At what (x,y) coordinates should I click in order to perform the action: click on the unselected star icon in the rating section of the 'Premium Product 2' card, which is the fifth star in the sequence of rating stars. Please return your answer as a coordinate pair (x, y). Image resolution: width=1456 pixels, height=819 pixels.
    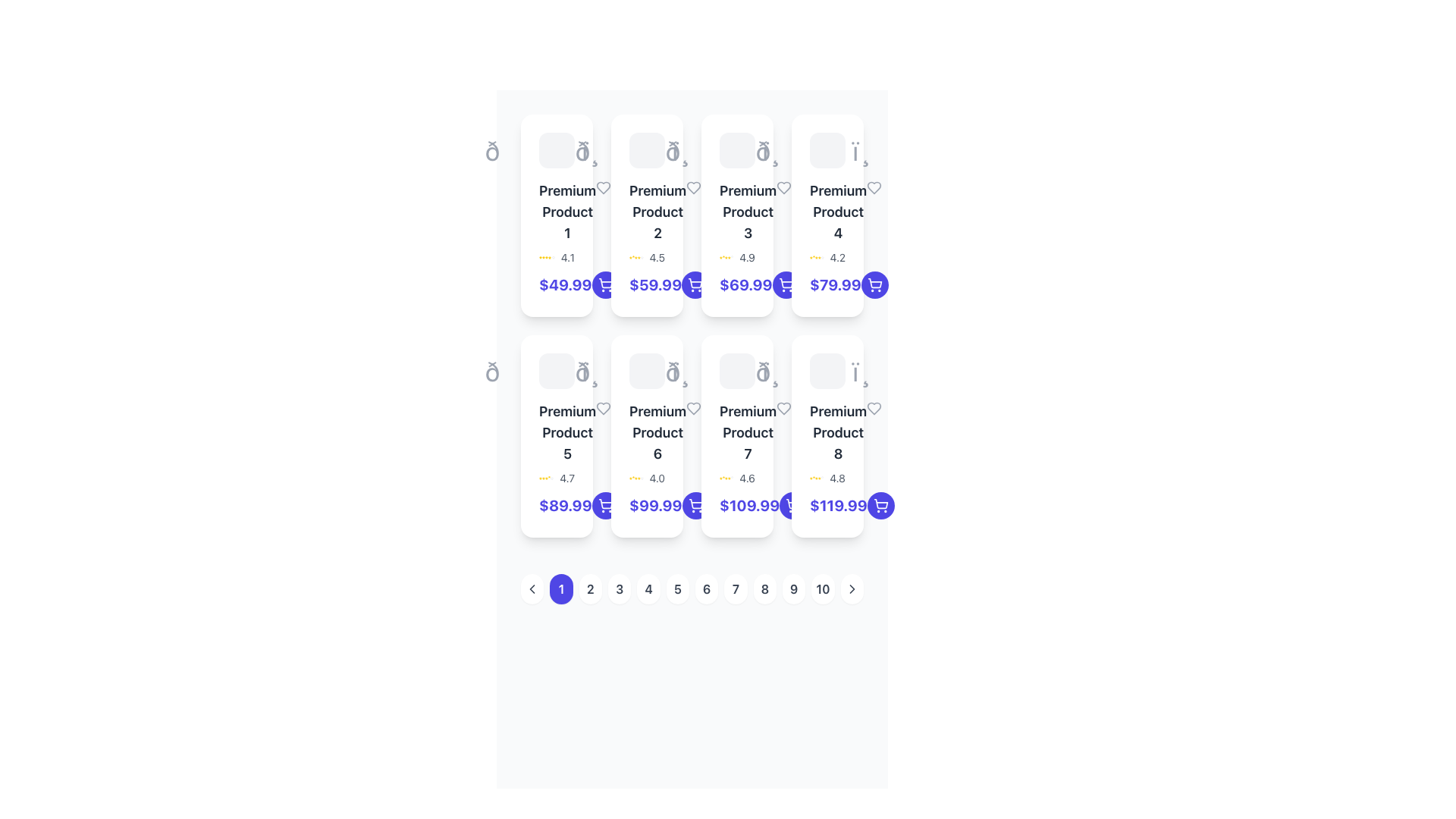
    Looking at the image, I should click on (642, 256).